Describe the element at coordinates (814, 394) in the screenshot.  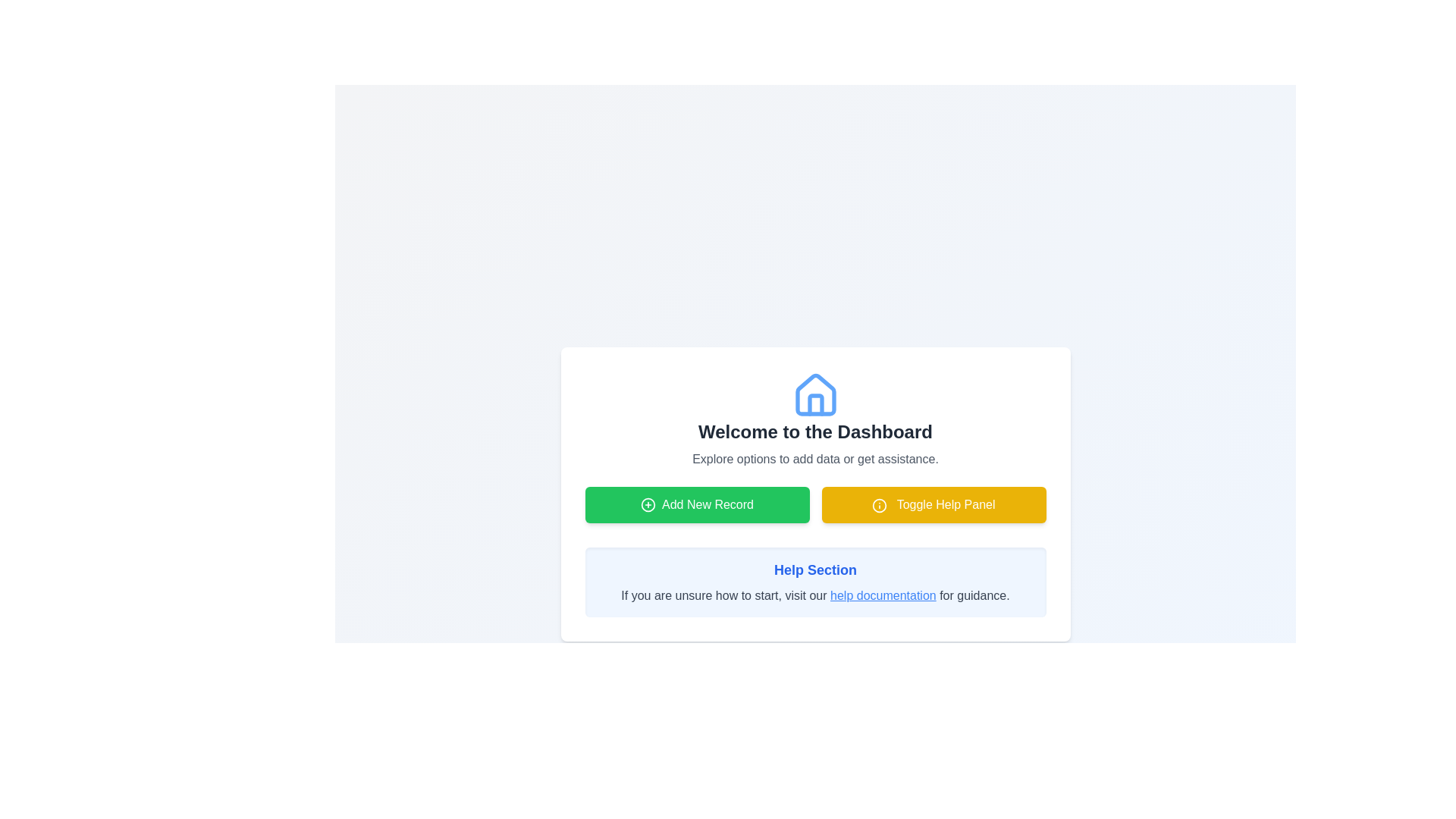
I see `the house-like SVG icon located at the top-center of the interface, above the 'Welcome to the Dashboard' text` at that location.